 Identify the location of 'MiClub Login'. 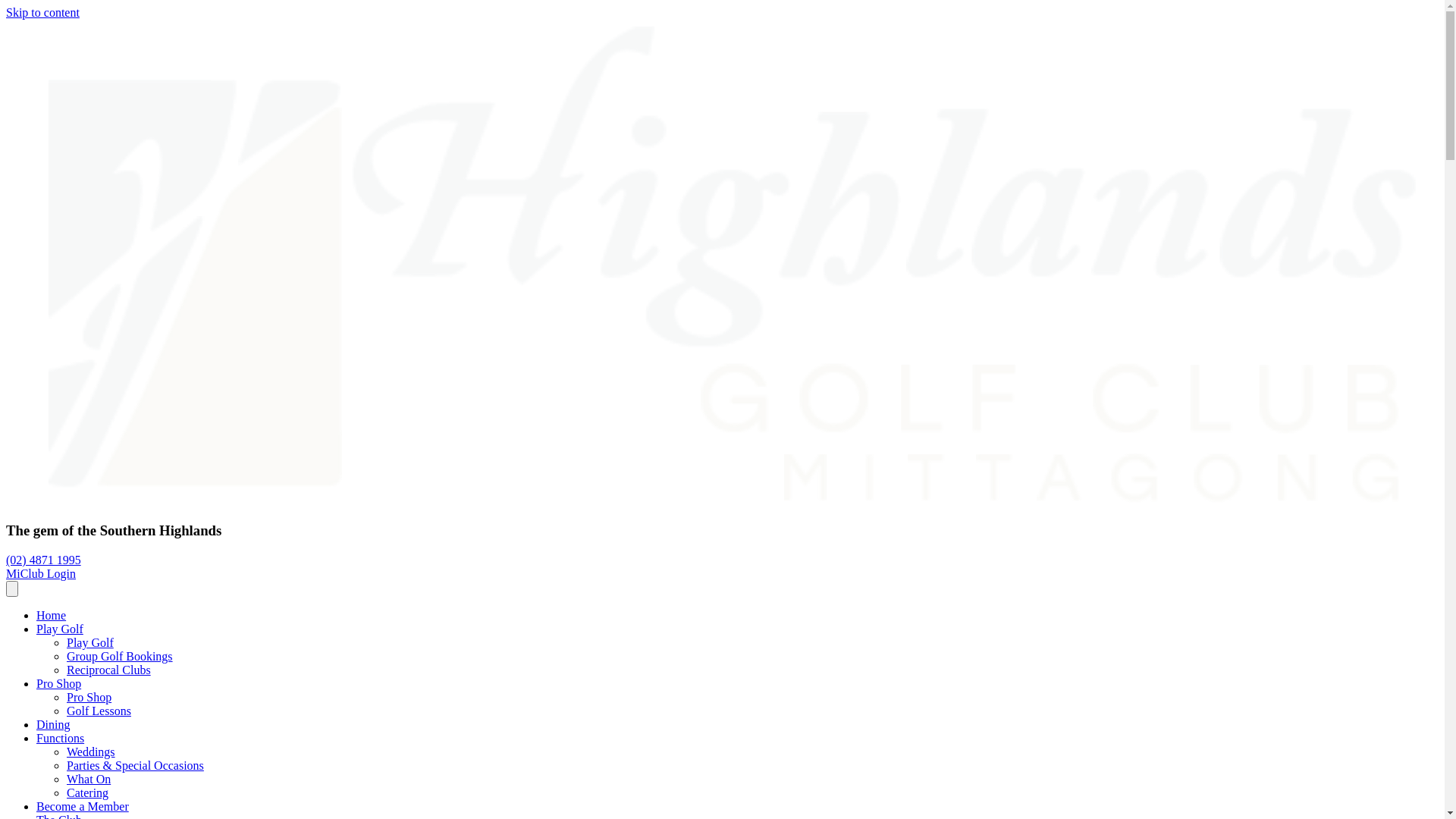
(40, 573).